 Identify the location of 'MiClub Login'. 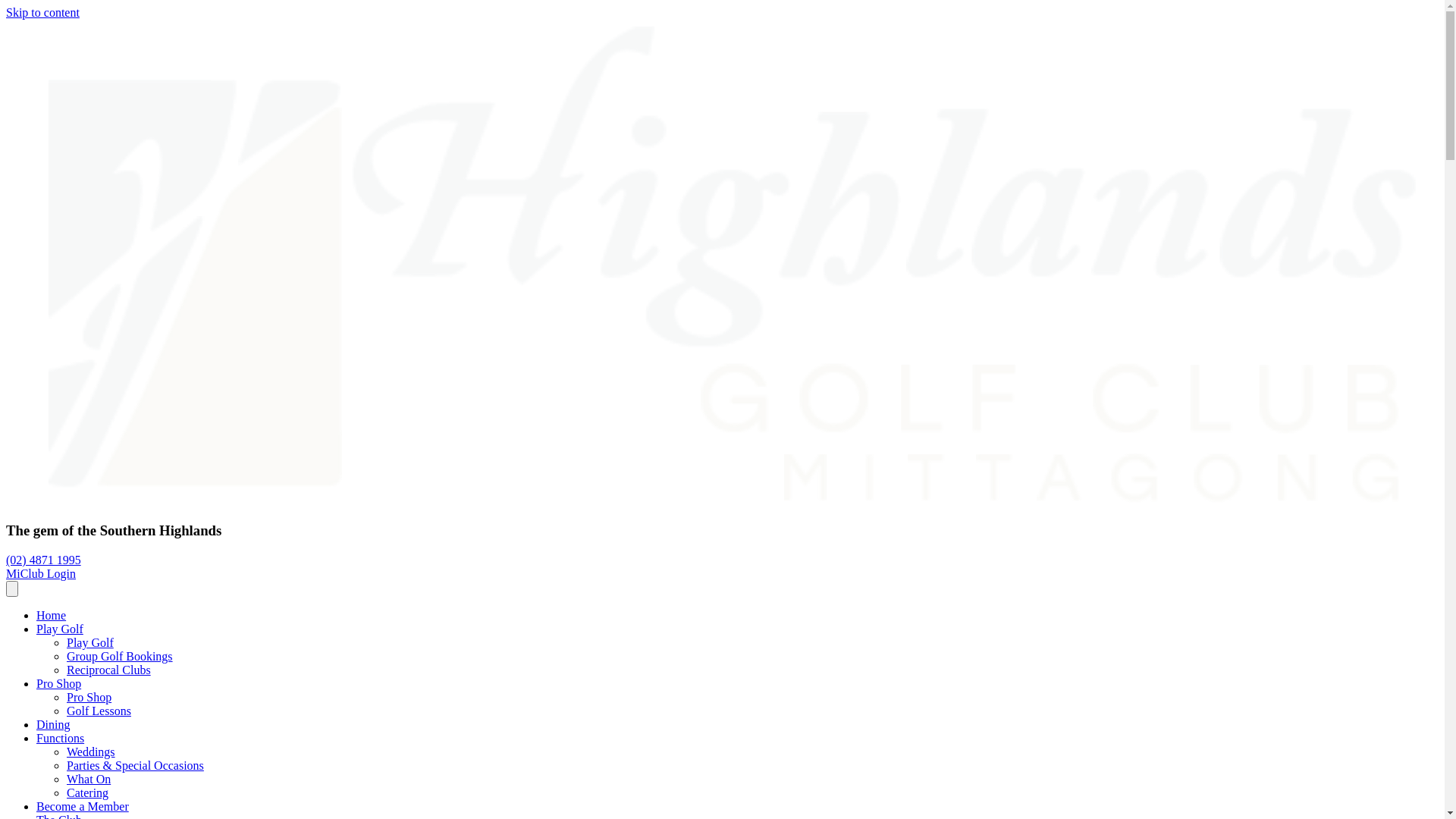
(40, 573).